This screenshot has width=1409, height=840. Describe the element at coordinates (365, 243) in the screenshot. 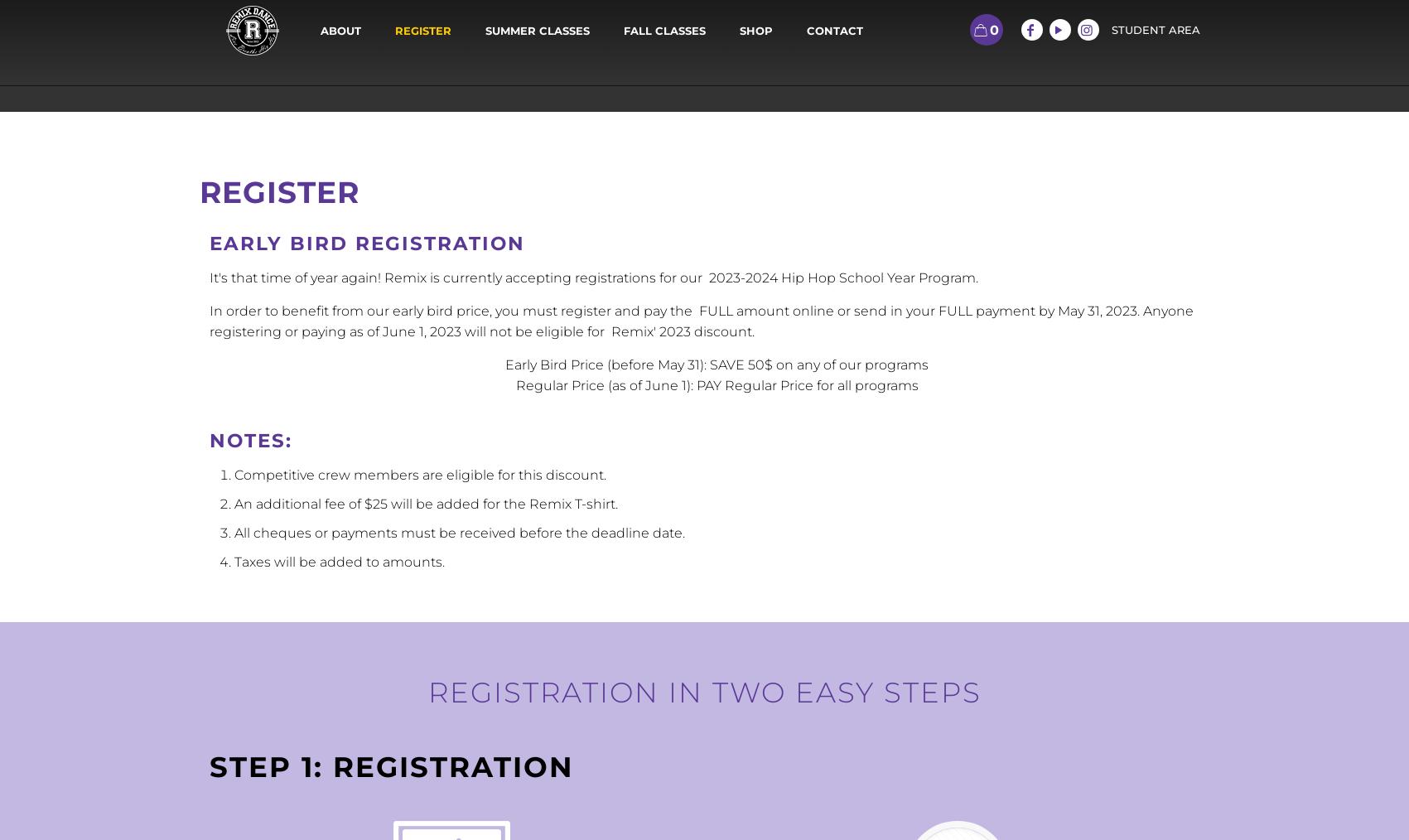

I see `'Early Bird Registration'` at that location.